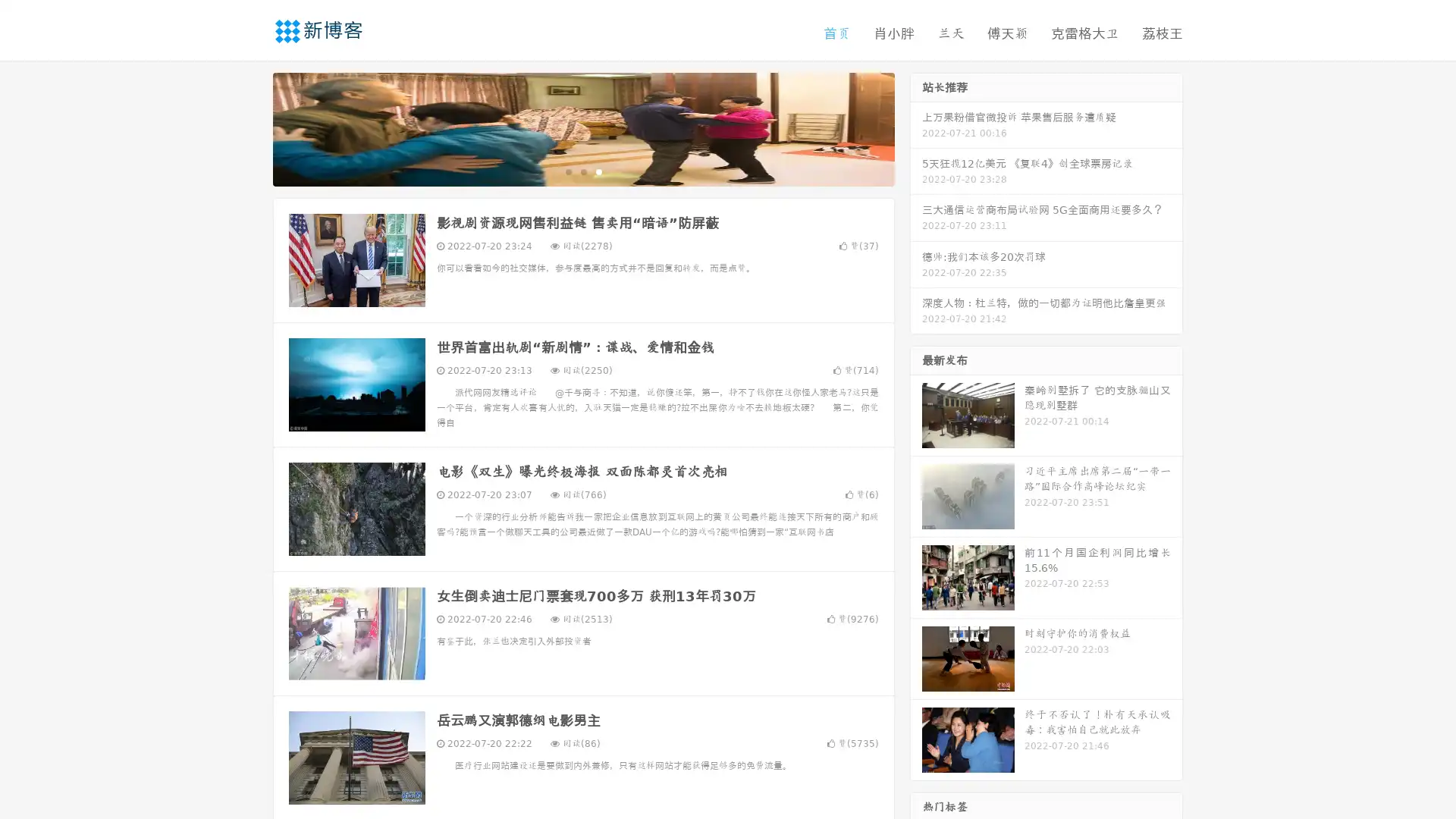  I want to click on Next slide, so click(916, 127).